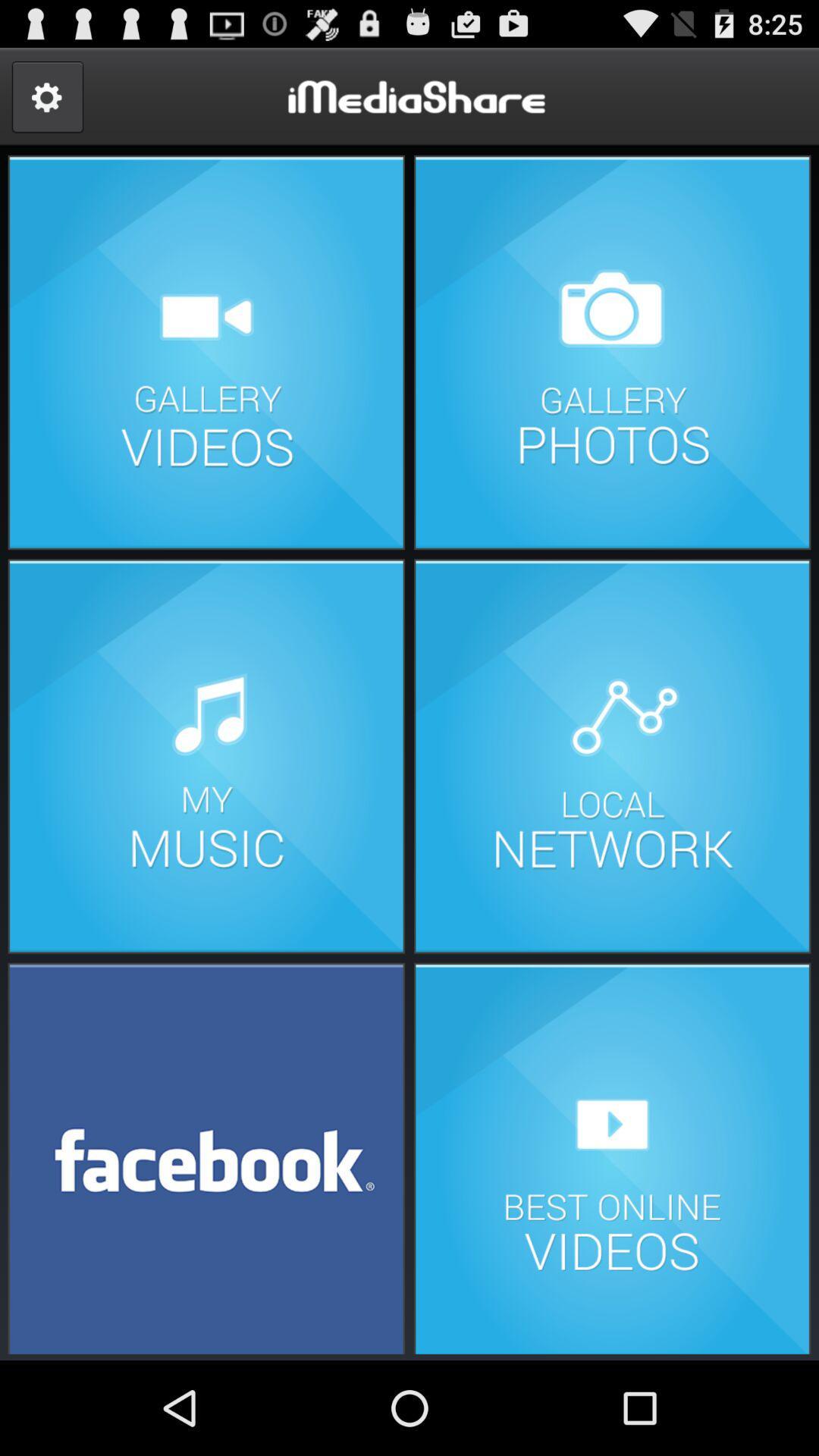 The width and height of the screenshot is (819, 1456). I want to click on open facebook, so click(206, 1156).